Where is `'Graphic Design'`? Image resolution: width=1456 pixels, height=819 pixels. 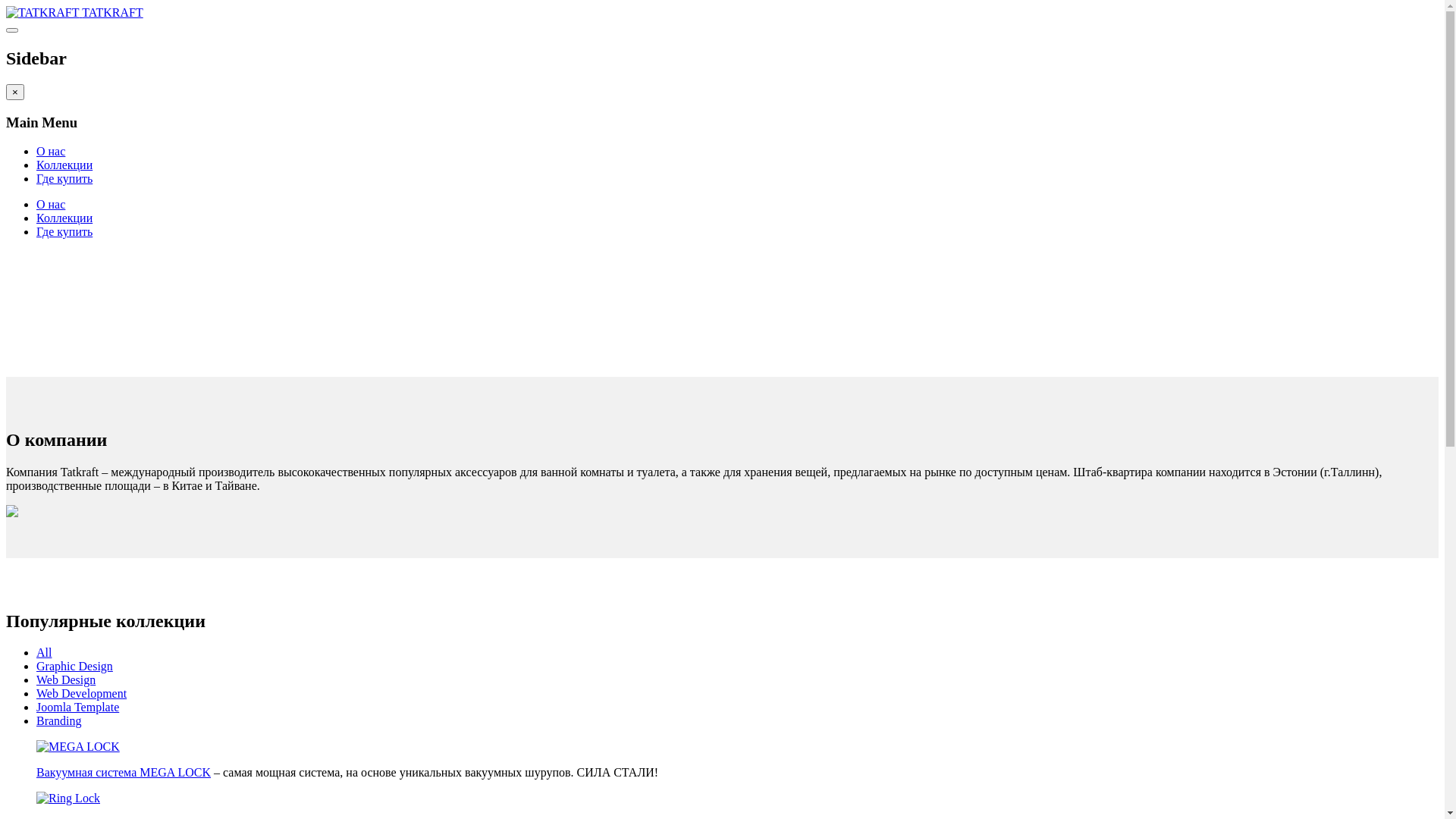
'Graphic Design' is located at coordinates (74, 665).